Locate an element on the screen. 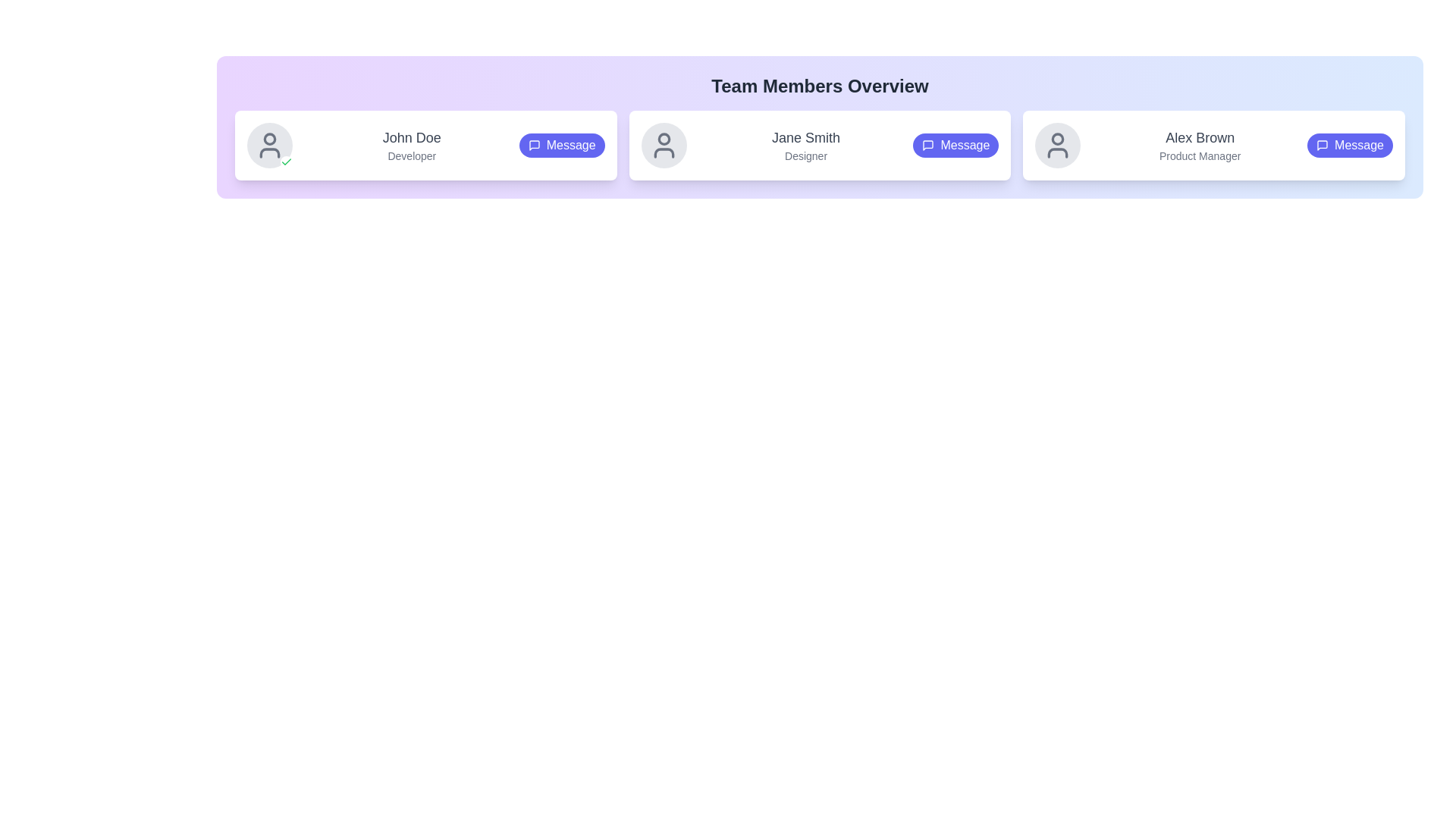 The height and width of the screenshot is (819, 1456). the text 'John Doe' for copy-paste from the Text Label element styled with medium weight and light gray color, located in the first card component in the top-left part of the interface is located at coordinates (412, 137).